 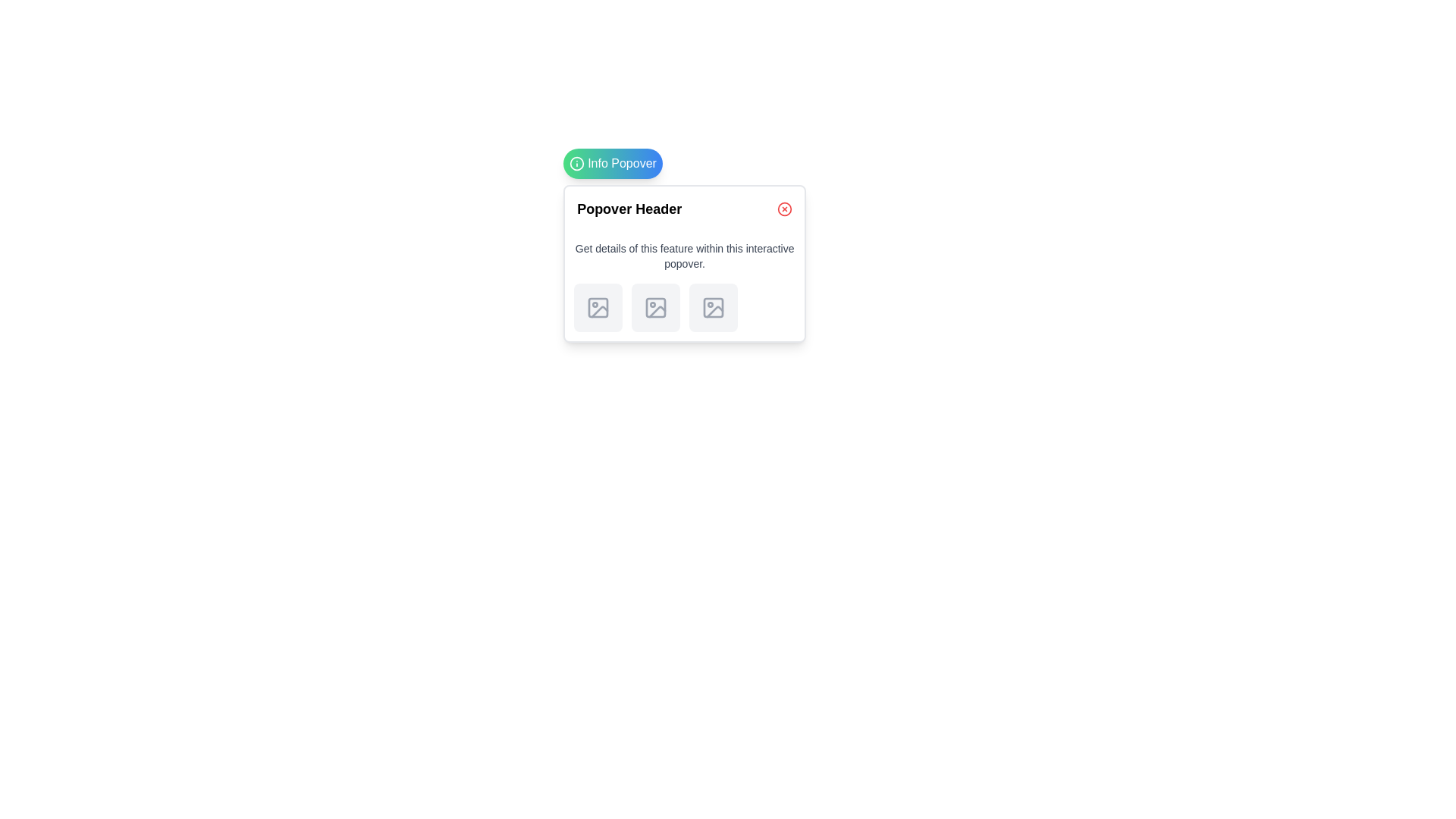 What do you see at coordinates (613, 164) in the screenshot?
I see `the 'Info Popover' button, which is a pill-shaped UI component with a gradient background and an information icon, located at the top-left corner of the popover box` at bounding box center [613, 164].